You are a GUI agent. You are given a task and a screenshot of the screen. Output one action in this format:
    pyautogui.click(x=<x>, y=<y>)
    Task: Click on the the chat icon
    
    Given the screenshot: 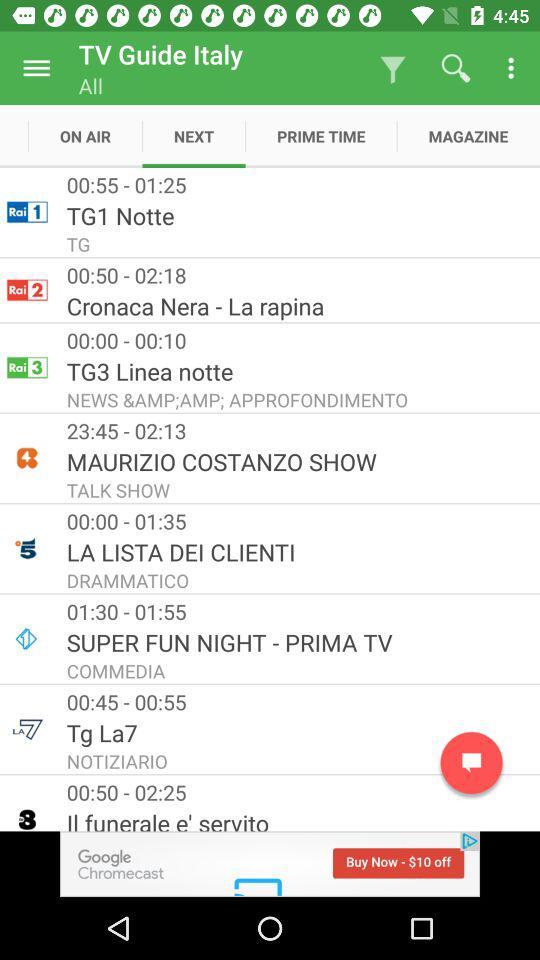 What is the action you would take?
    pyautogui.click(x=471, y=762)
    